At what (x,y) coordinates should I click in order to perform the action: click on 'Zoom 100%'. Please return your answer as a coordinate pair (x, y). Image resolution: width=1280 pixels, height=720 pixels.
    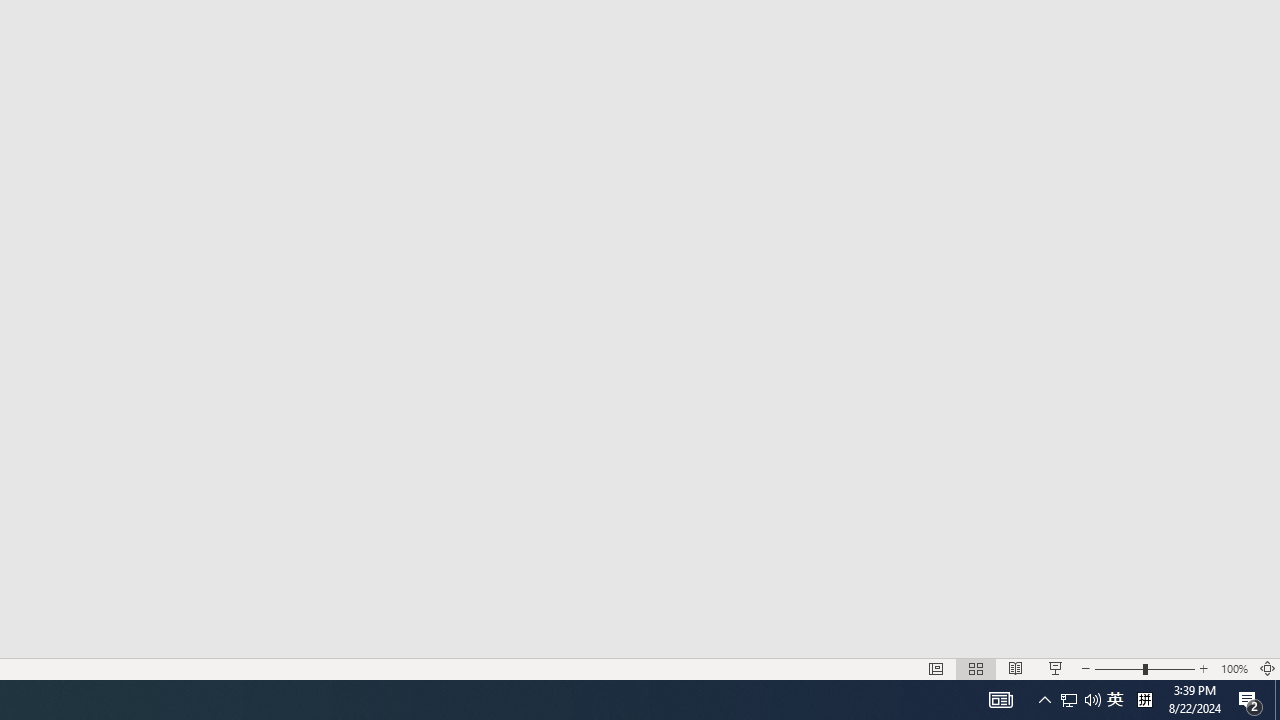
    Looking at the image, I should click on (1233, 669).